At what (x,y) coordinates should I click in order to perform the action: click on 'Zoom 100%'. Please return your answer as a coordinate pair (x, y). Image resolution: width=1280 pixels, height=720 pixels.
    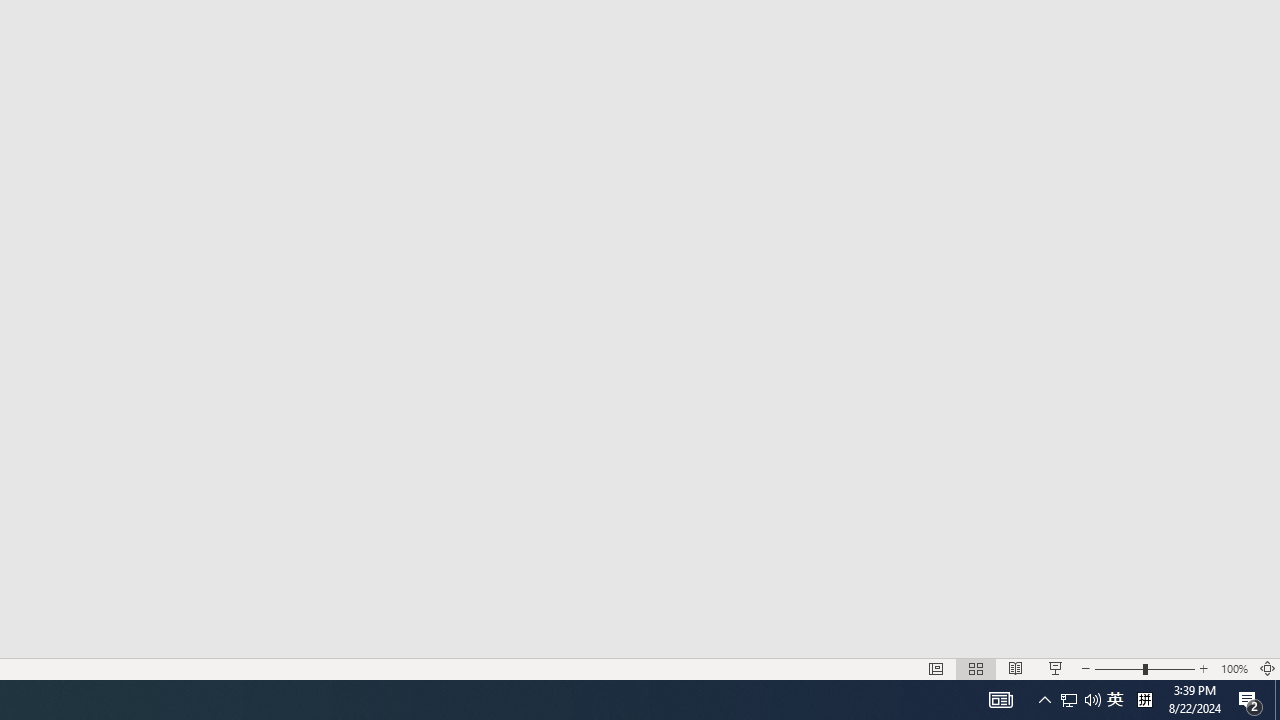
    Looking at the image, I should click on (1233, 669).